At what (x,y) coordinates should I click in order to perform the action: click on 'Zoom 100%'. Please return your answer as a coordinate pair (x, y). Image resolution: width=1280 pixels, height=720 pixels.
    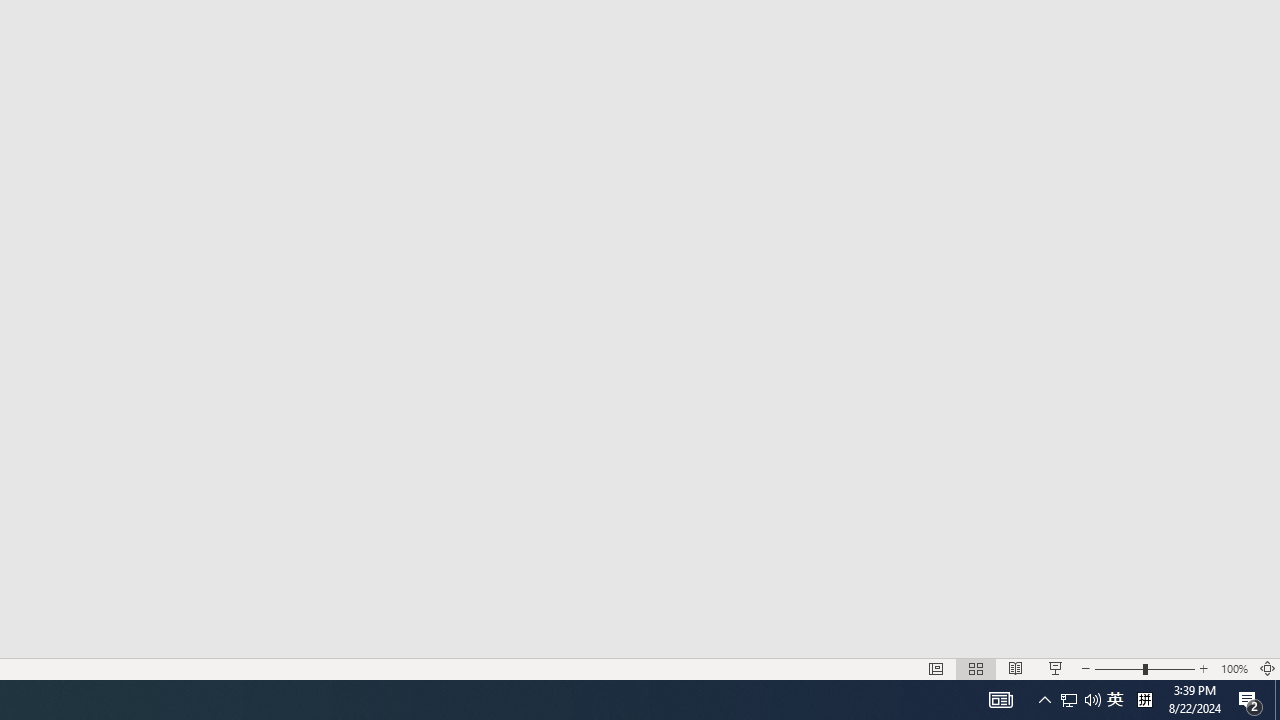
    Looking at the image, I should click on (1233, 669).